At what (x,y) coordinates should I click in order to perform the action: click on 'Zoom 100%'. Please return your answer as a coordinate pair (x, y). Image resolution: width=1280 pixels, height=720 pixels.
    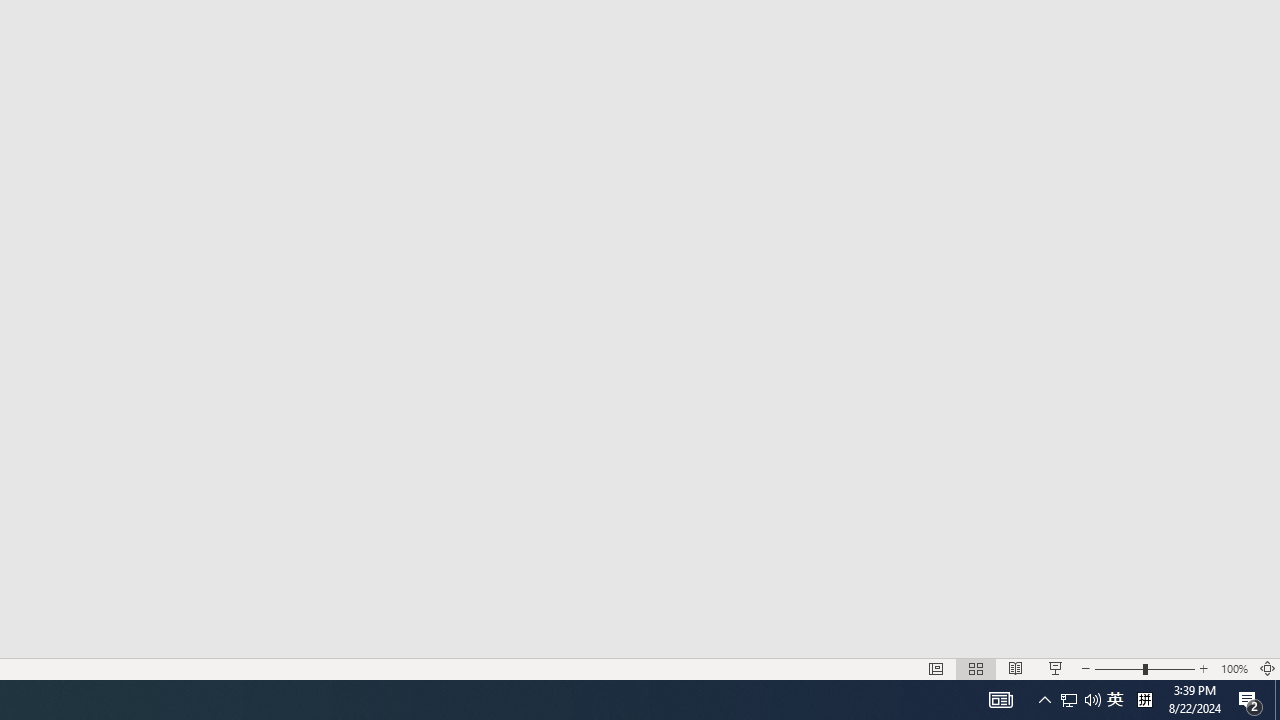
    Looking at the image, I should click on (1233, 669).